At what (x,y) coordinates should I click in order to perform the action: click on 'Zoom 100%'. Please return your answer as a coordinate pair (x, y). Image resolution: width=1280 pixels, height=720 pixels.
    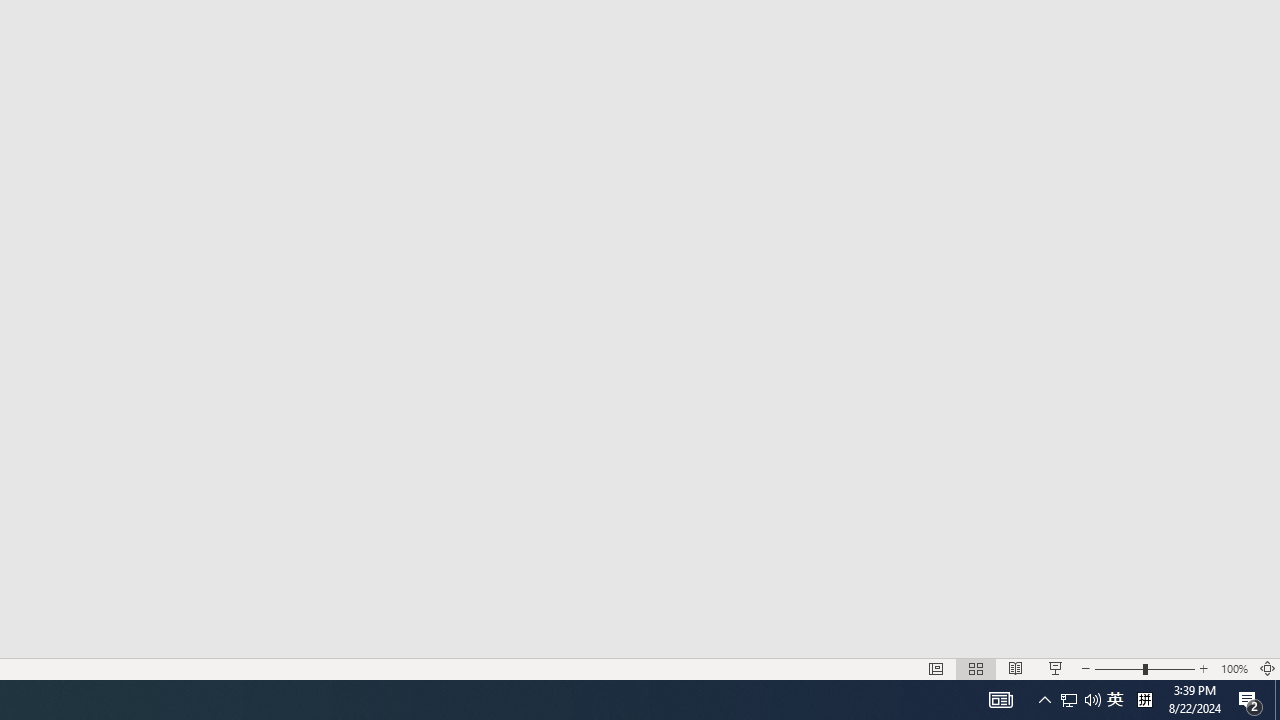
    Looking at the image, I should click on (1233, 669).